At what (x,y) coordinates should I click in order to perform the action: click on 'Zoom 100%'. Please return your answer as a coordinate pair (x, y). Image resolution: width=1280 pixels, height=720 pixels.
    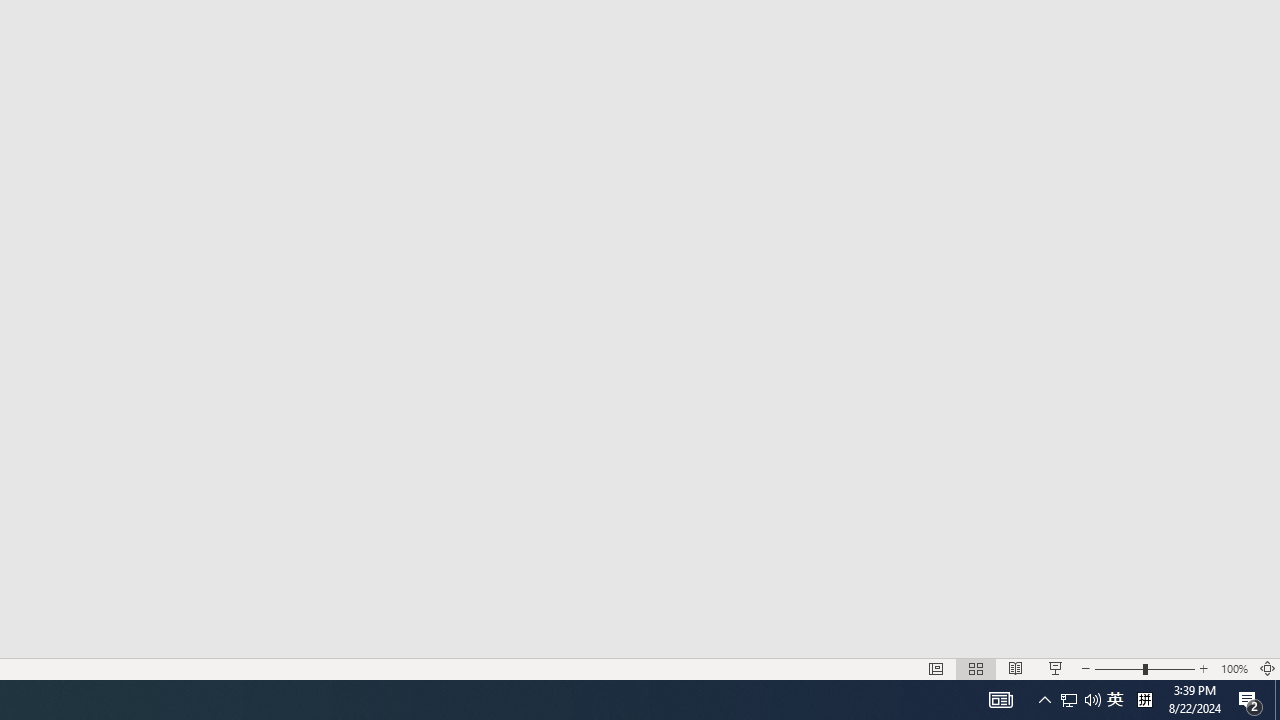
    Looking at the image, I should click on (1233, 669).